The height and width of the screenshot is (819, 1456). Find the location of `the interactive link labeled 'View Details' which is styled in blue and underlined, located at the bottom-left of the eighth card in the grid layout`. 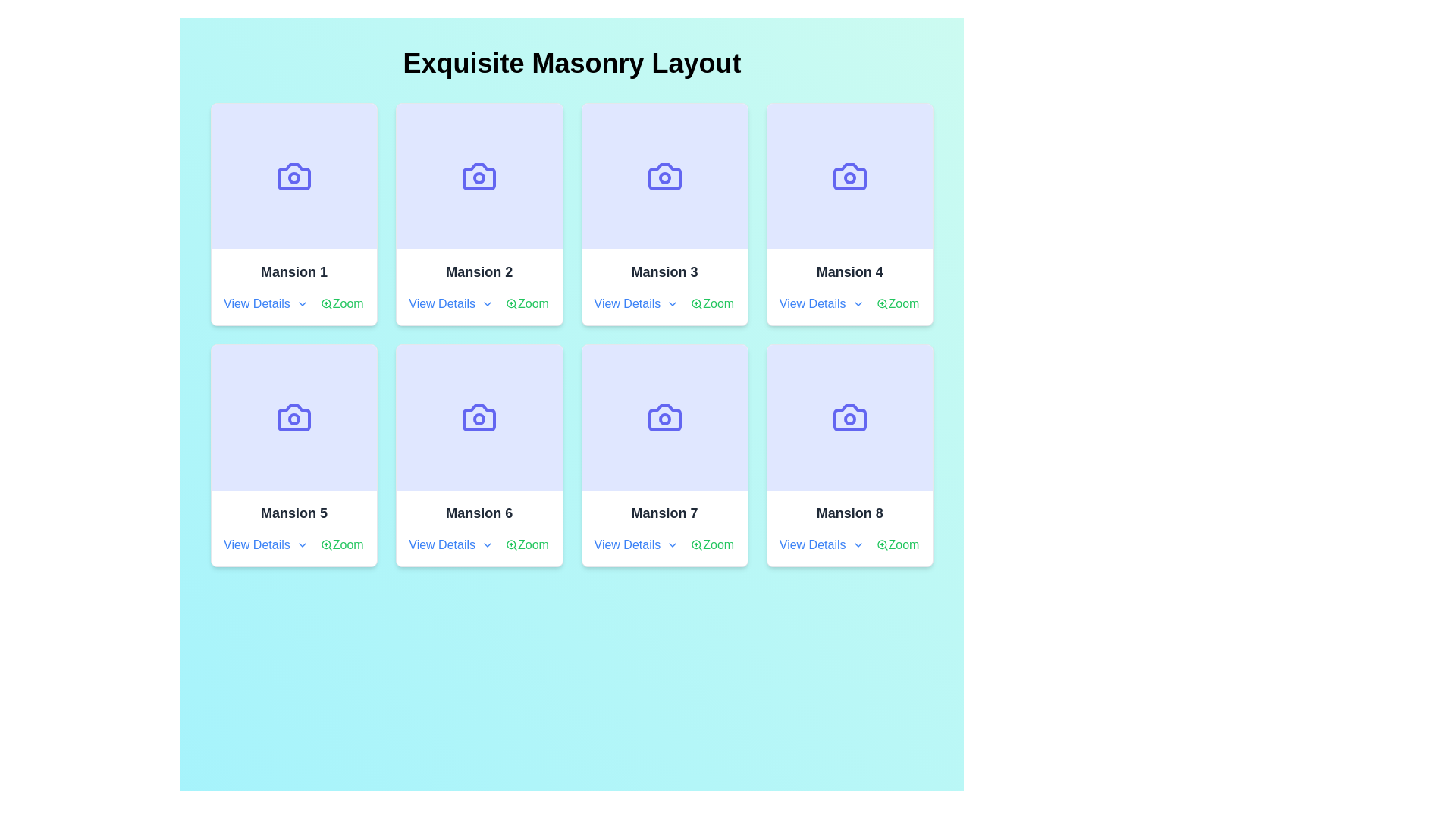

the interactive link labeled 'View Details' which is styled in blue and underlined, located at the bottom-left of the eighth card in the grid layout is located at coordinates (821, 544).